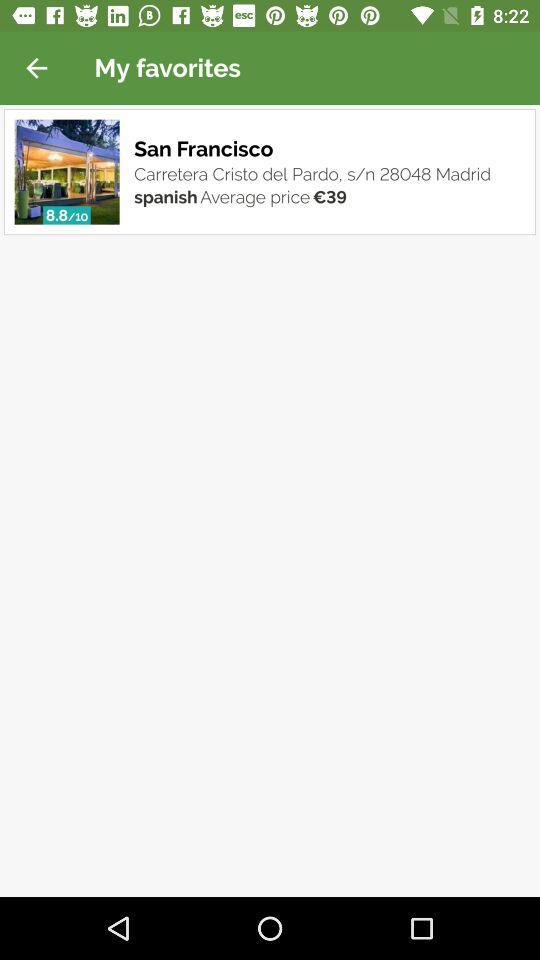  I want to click on spanish icon, so click(164, 195).